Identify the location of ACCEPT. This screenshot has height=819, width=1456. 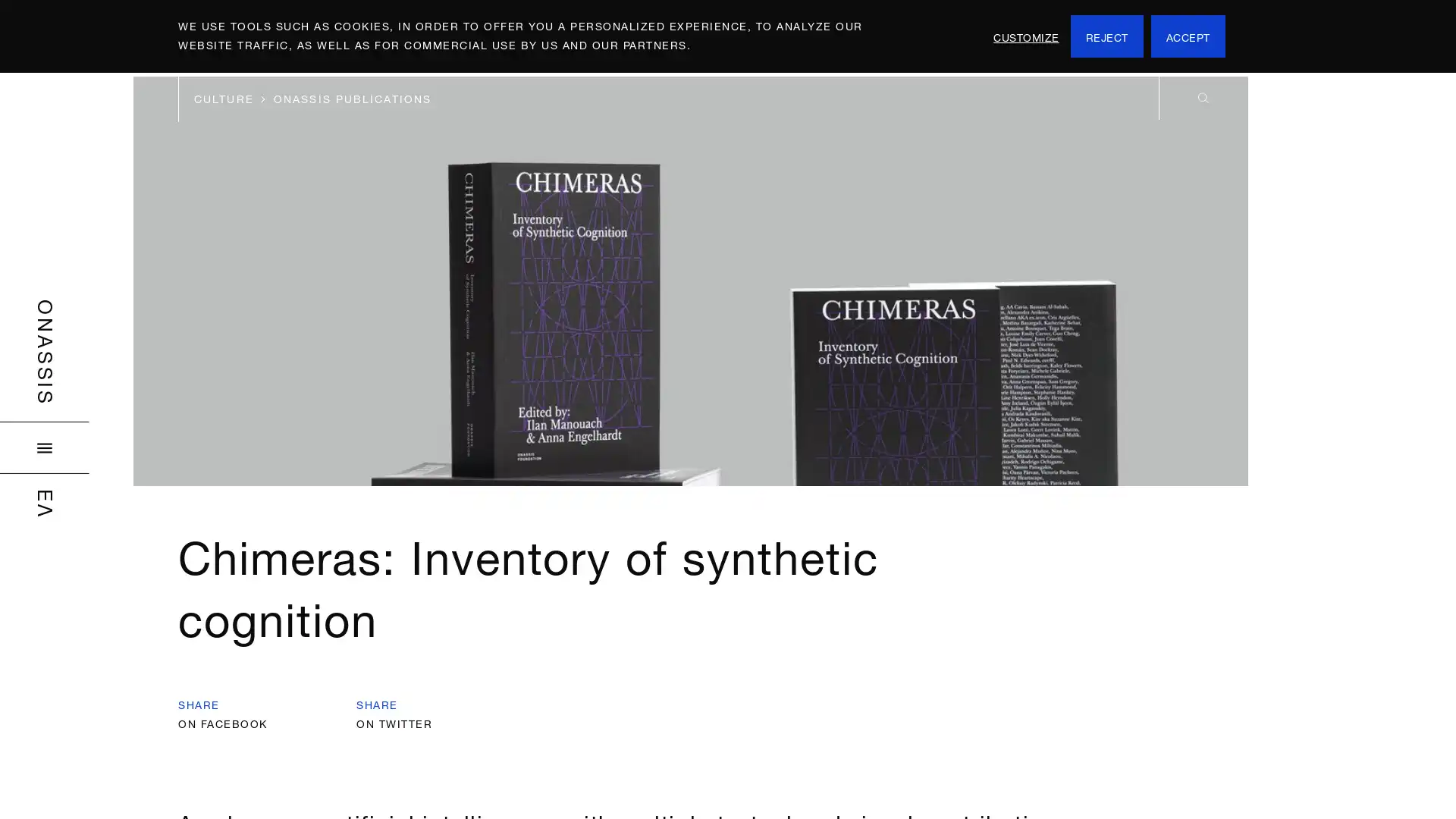
(1186, 35).